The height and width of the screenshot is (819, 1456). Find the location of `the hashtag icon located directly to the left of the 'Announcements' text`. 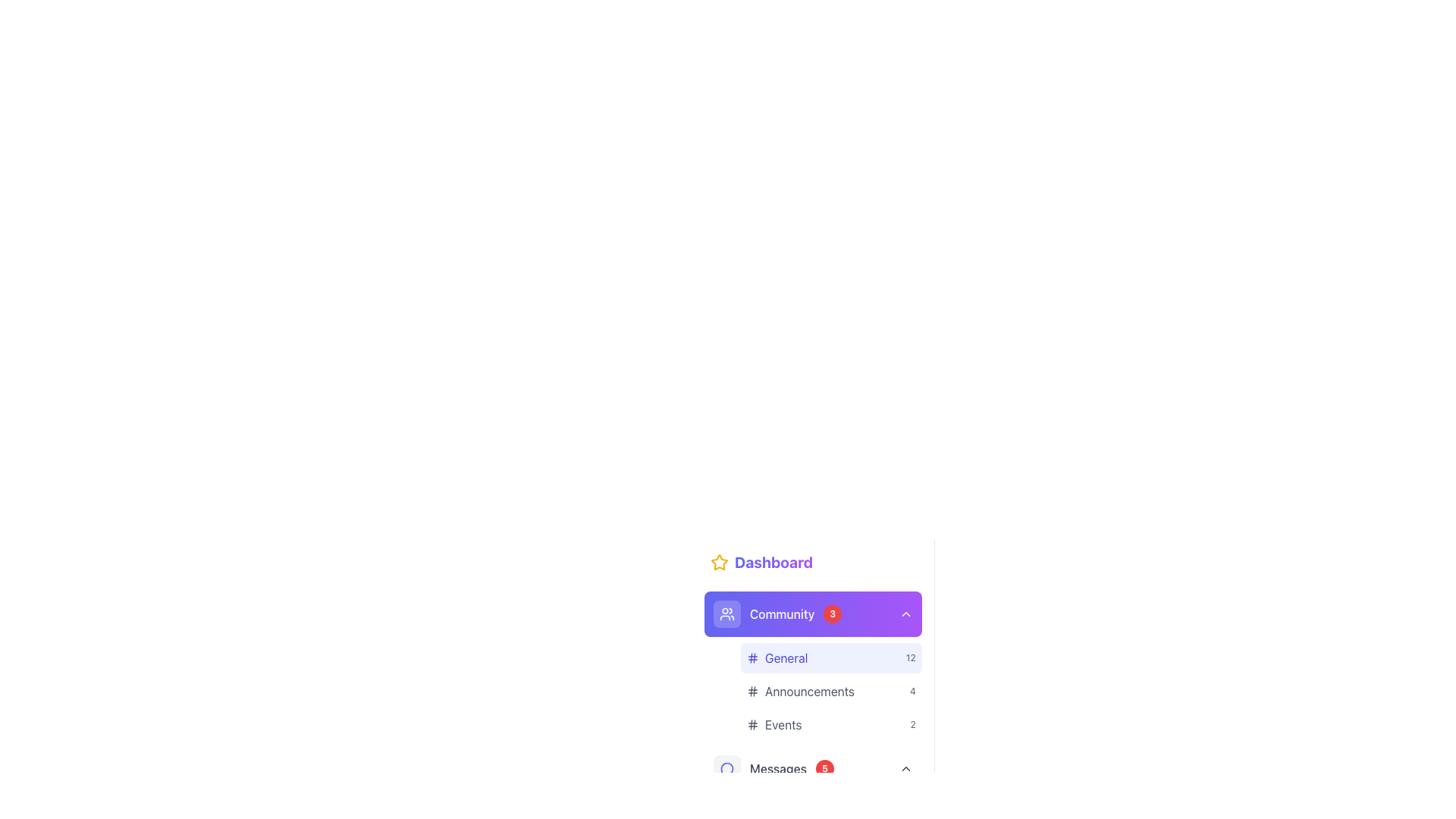

the hashtag icon located directly to the left of the 'Announcements' text is located at coordinates (753, 691).